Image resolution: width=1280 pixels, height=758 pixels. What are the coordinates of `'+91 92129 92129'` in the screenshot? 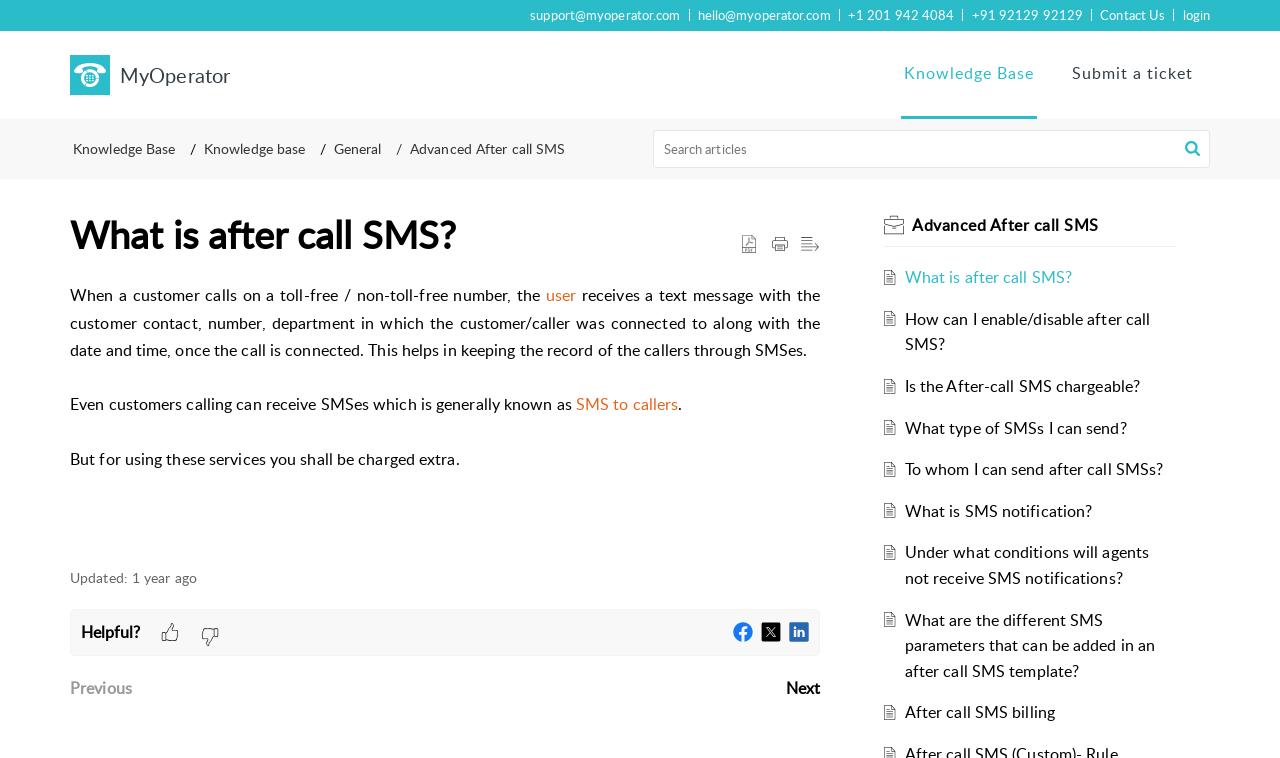 It's located at (1026, 14).